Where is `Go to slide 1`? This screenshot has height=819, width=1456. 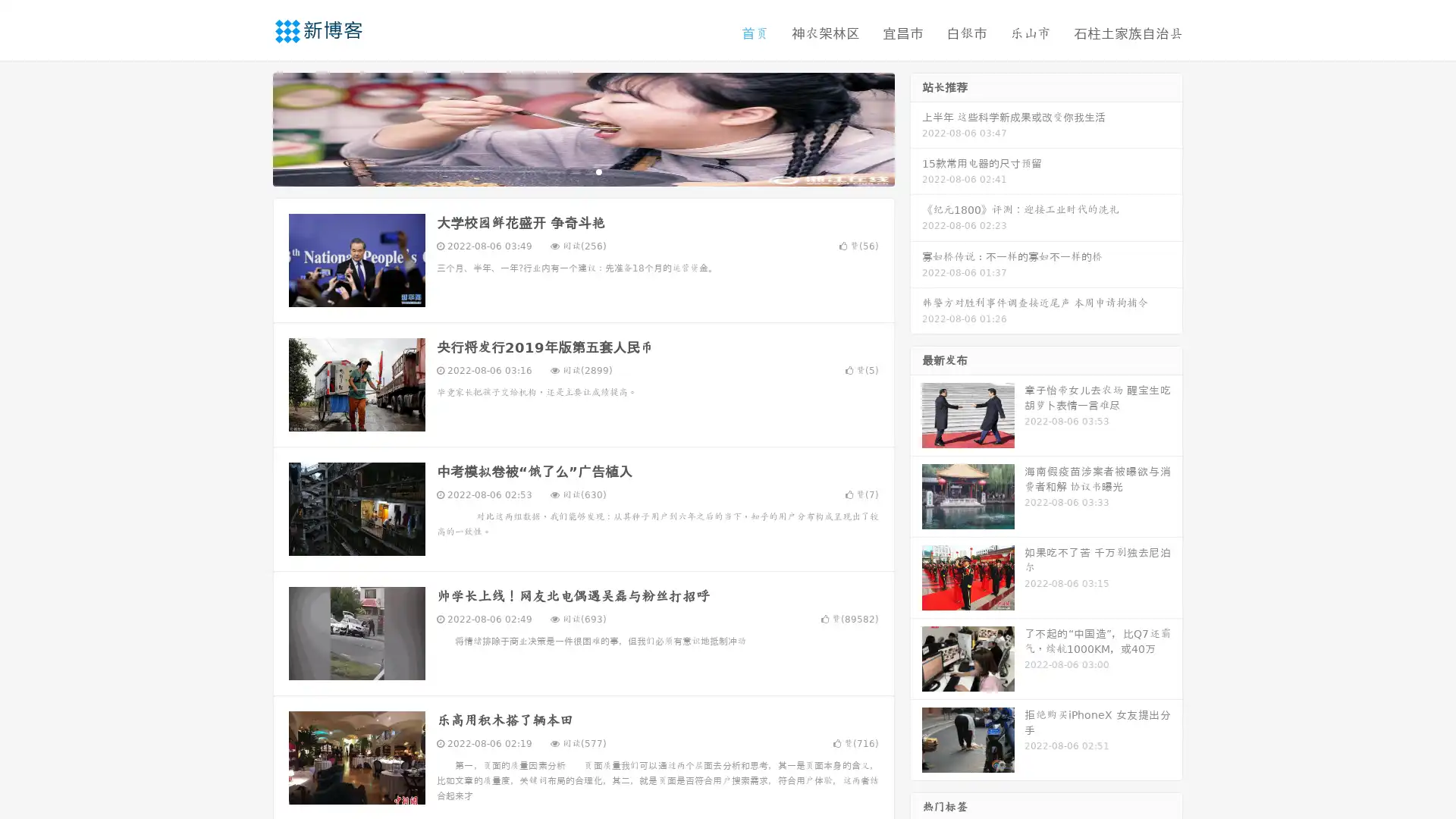
Go to slide 1 is located at coordinates (567, 171).